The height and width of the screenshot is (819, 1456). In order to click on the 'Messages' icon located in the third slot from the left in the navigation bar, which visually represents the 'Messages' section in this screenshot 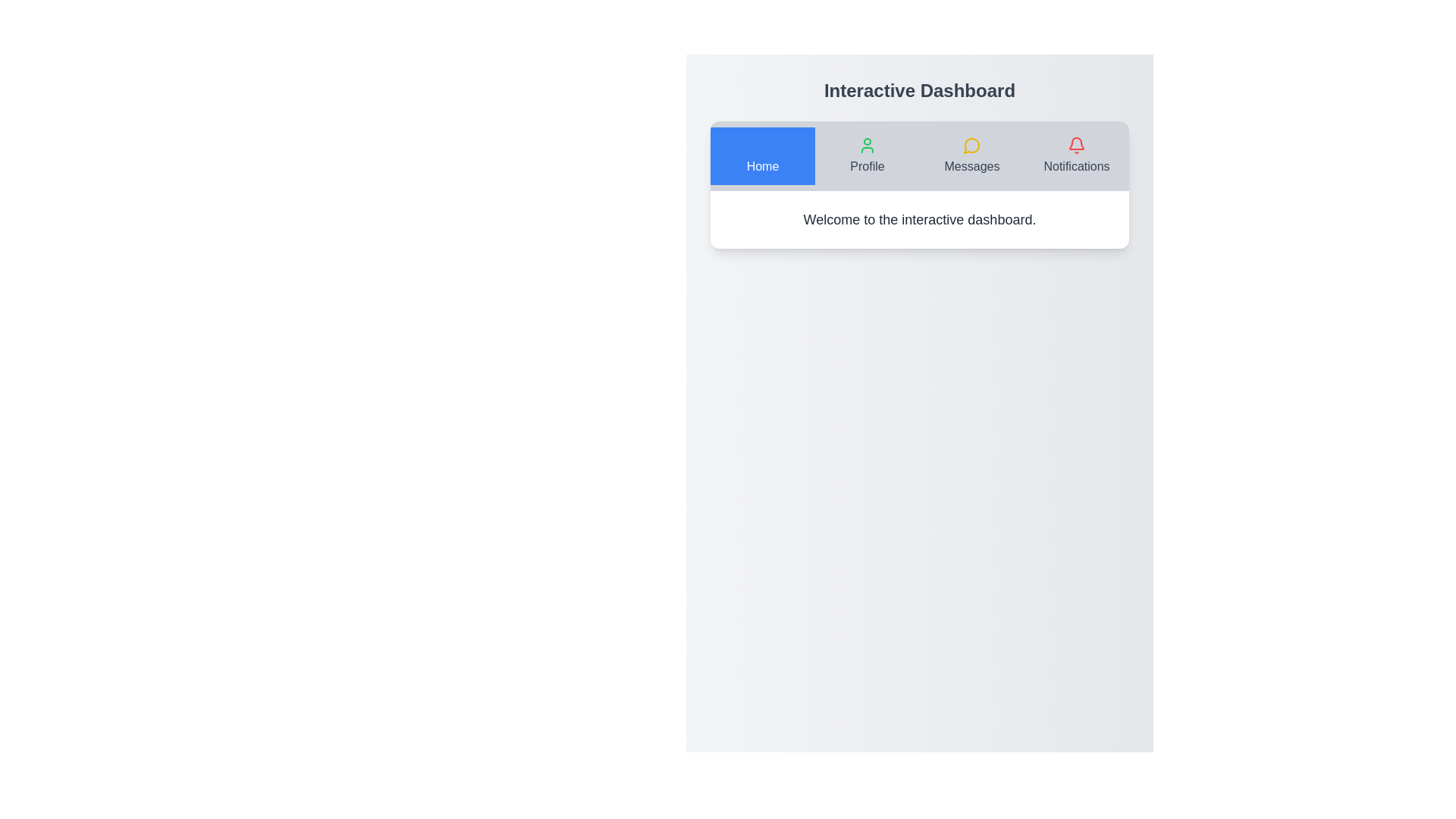, I will do `click(971, 146)`.